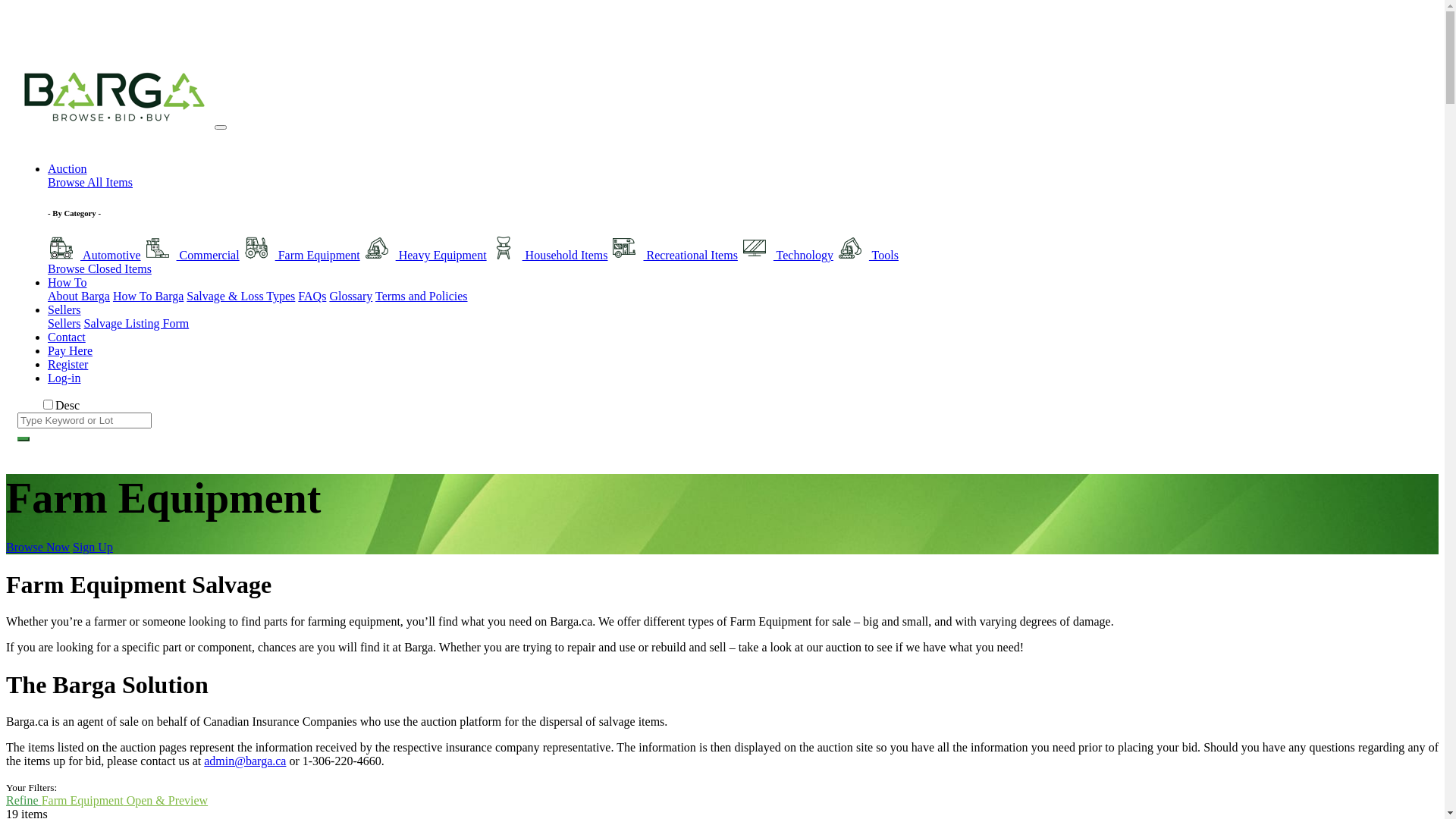 This screenshot has width=1456, height=819. What do you see at coordinates (301, 254) in the screenshot?
I see `'Farm Equipment'` at bounding box center [301, 254].